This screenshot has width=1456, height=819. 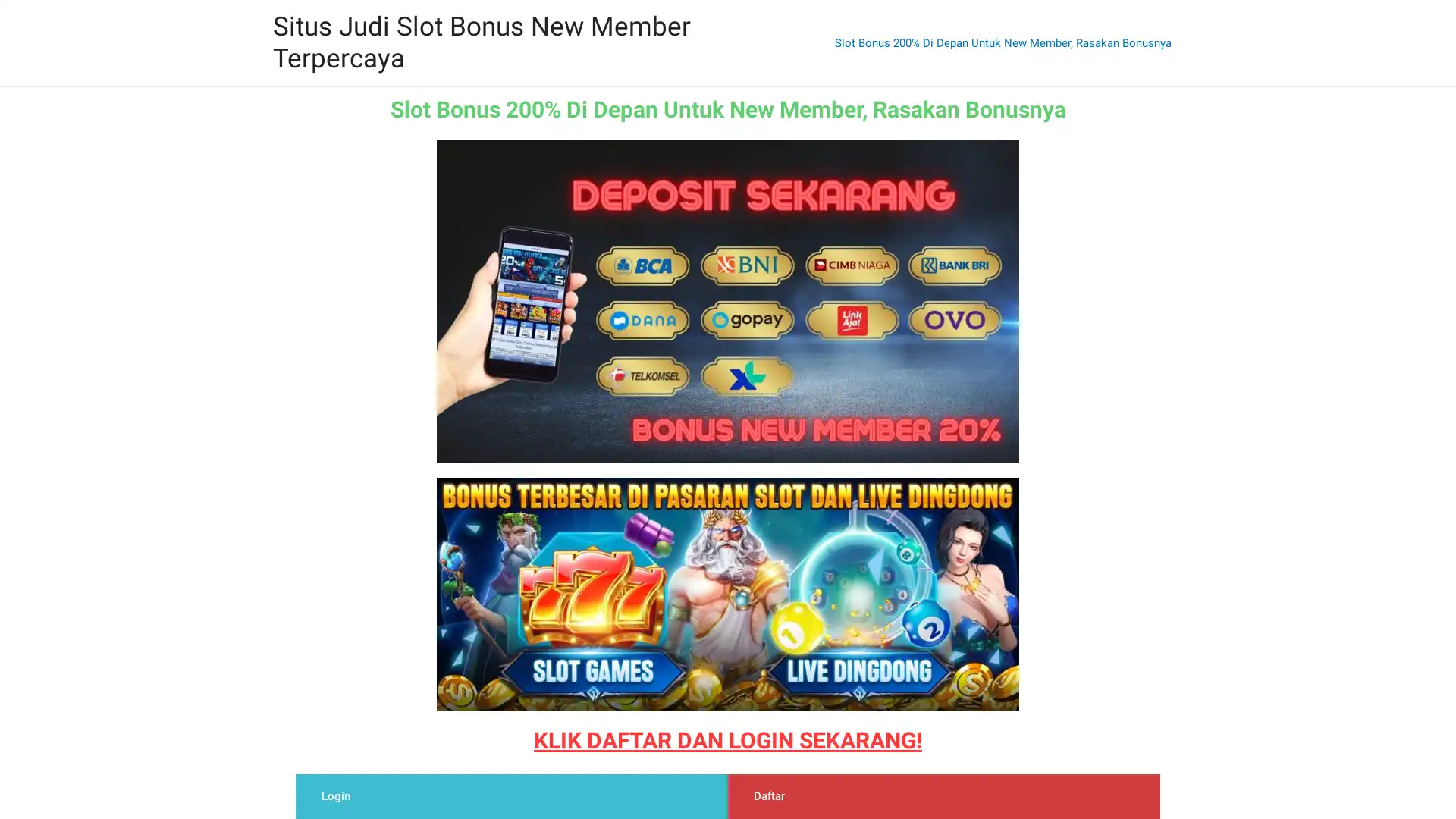 What do you see at coordinates (334, 795) in the screenshot?
I see `Login` at bounding box center [334, 795].